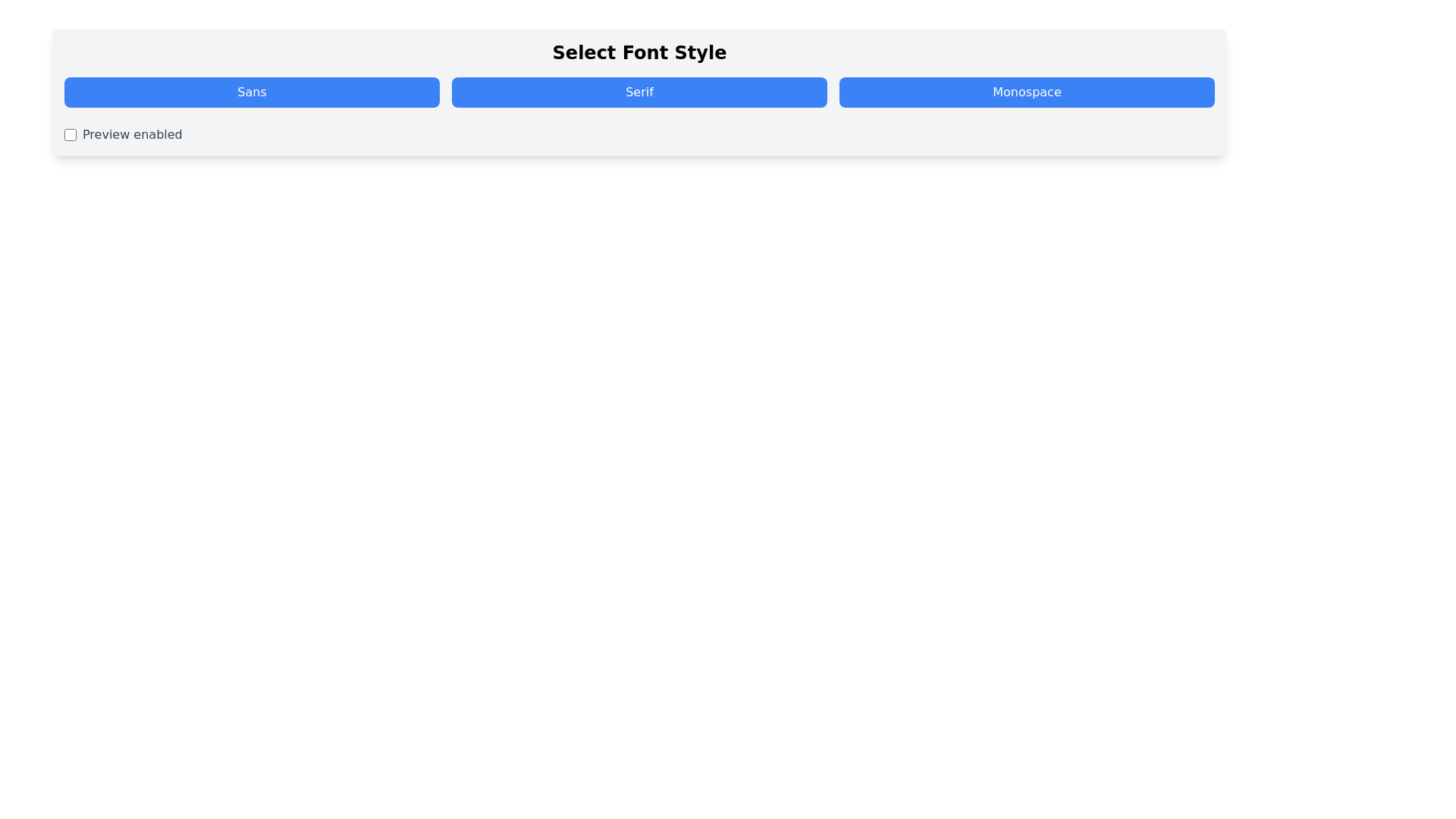  What do you see at coordinates (639, 52) in the screenshot?
I see `bold text label 'Select Font Style' positioned at the top central part of the interface, above the font selection buttons` at bounding box center [639, 52].